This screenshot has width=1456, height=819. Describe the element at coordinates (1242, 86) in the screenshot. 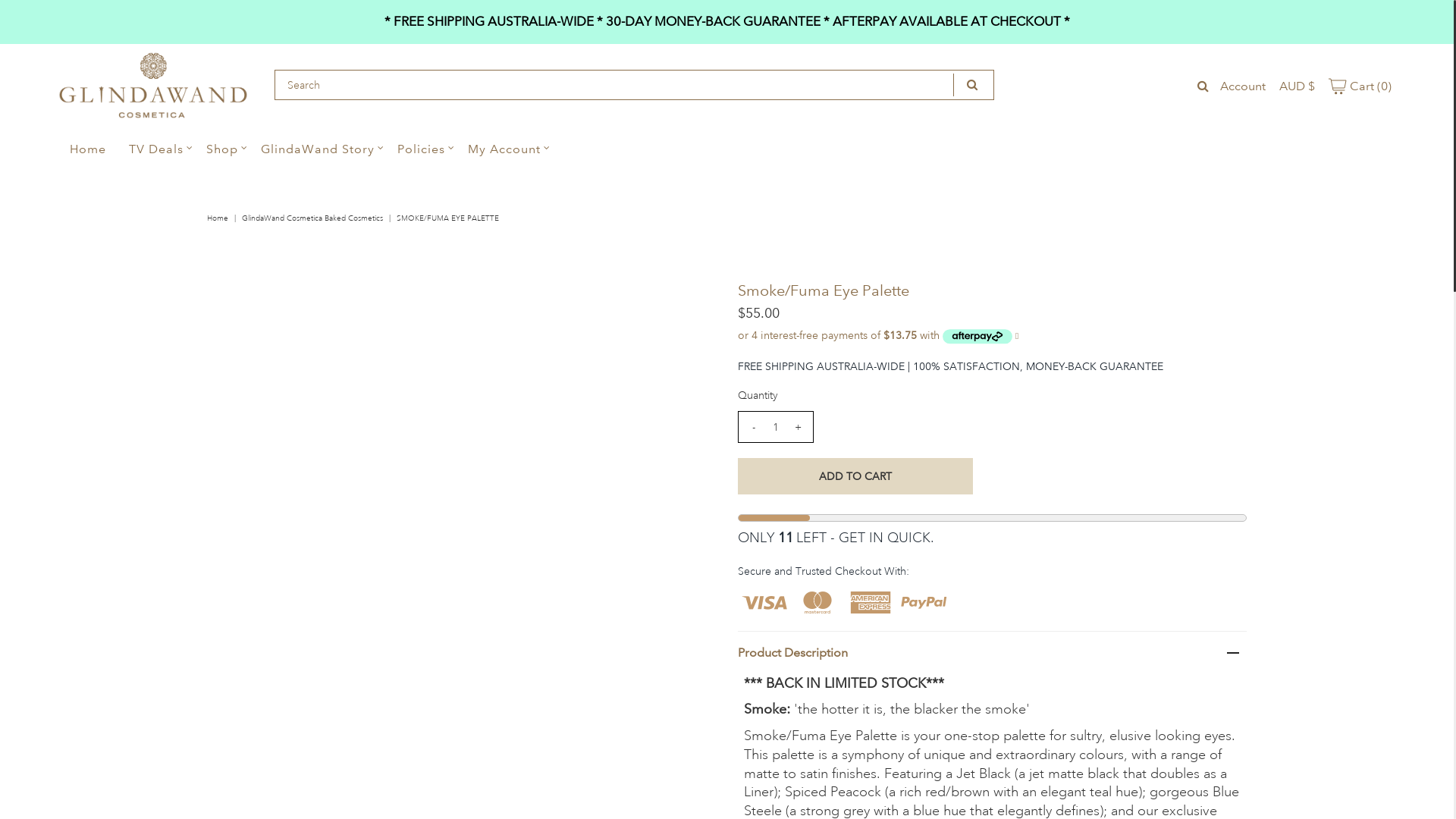

I see `'Account'` at that location.